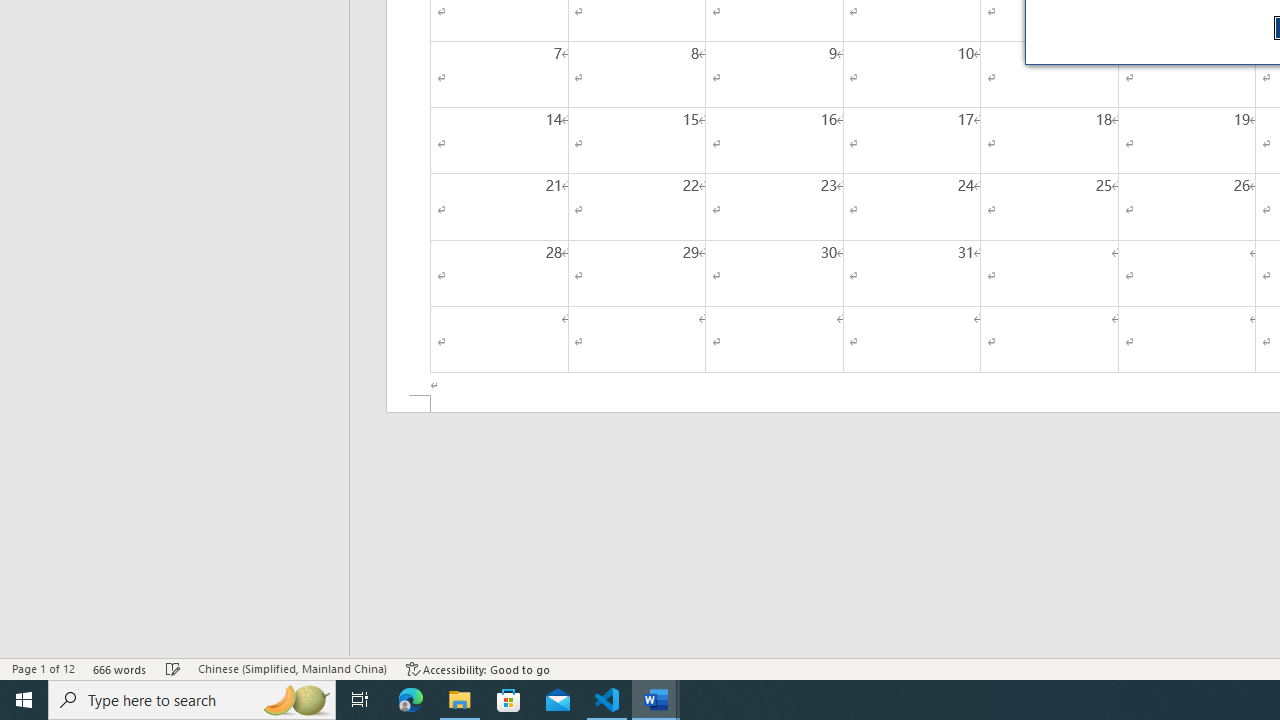 The height and width of the screenshot is (720, 1280). Describe the element at coordinates (477, 669) in the screenshot. I see `'Accessibility Checker Accessibility: Good to go'` at that location.